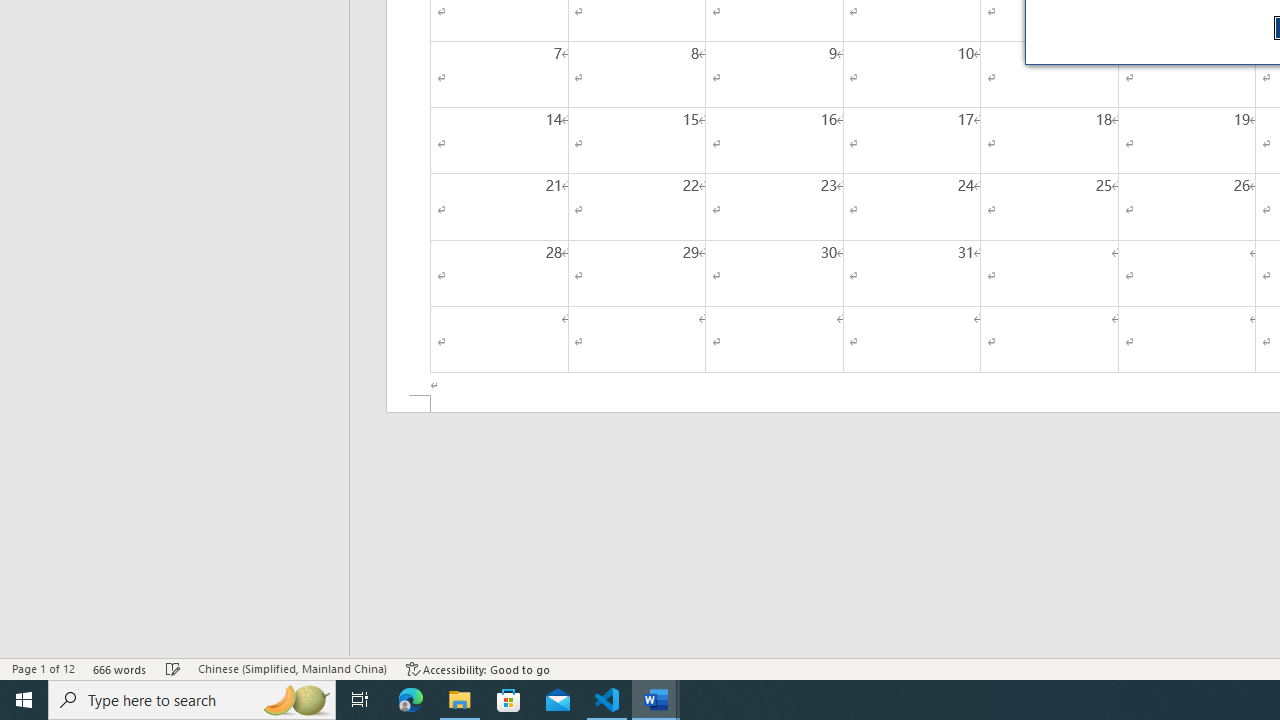 The height and width of the screenshot is (720, 1280). Describe the element at coordinates (477, 669) in the screenshot. I see `'Accessibility Checker Accessibility: Good to go'` at that location.